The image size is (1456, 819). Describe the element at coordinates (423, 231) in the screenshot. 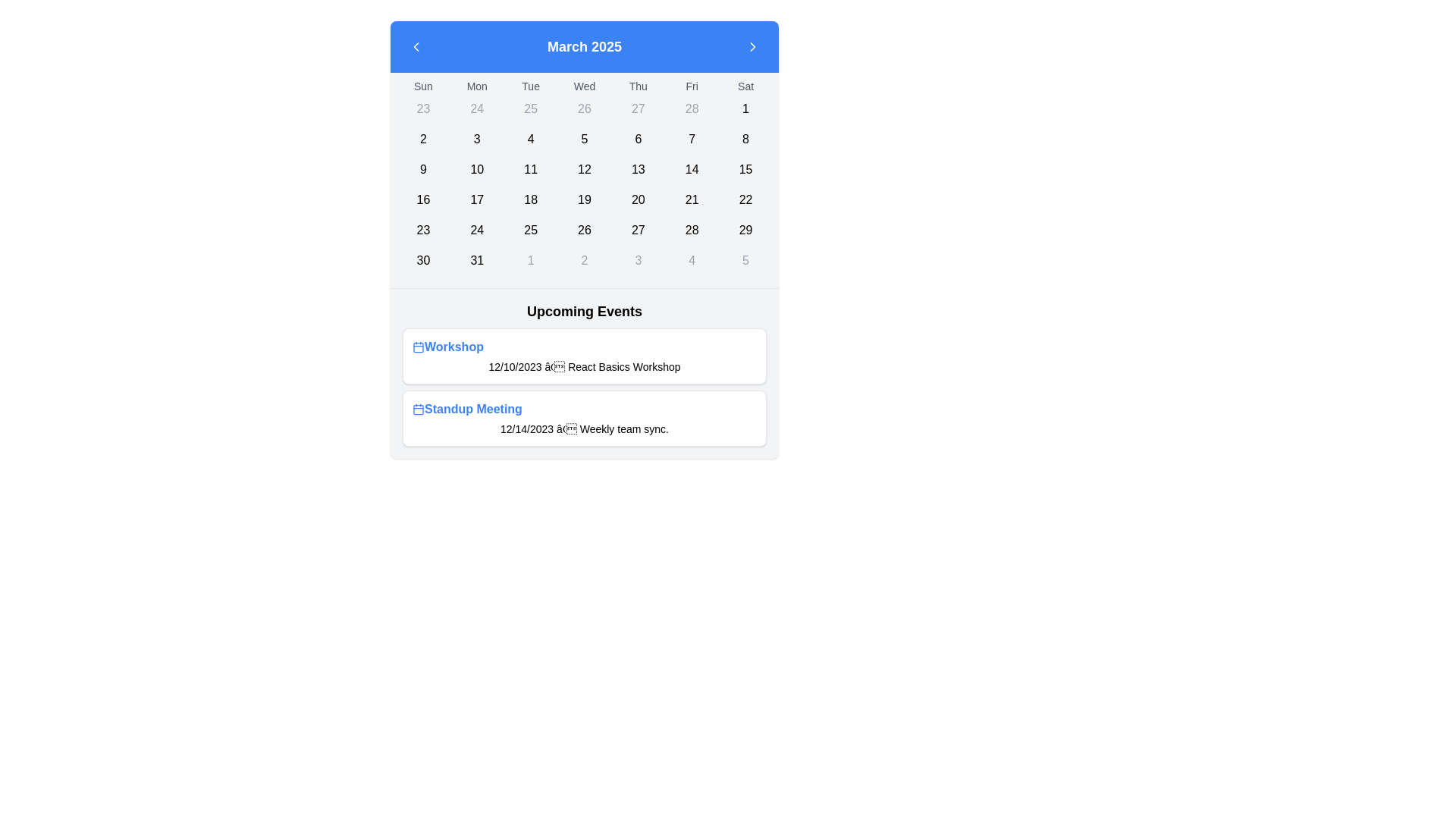

I see `the interactive calendar date cell displaying '23' in the March 2025 calendar` at that location.